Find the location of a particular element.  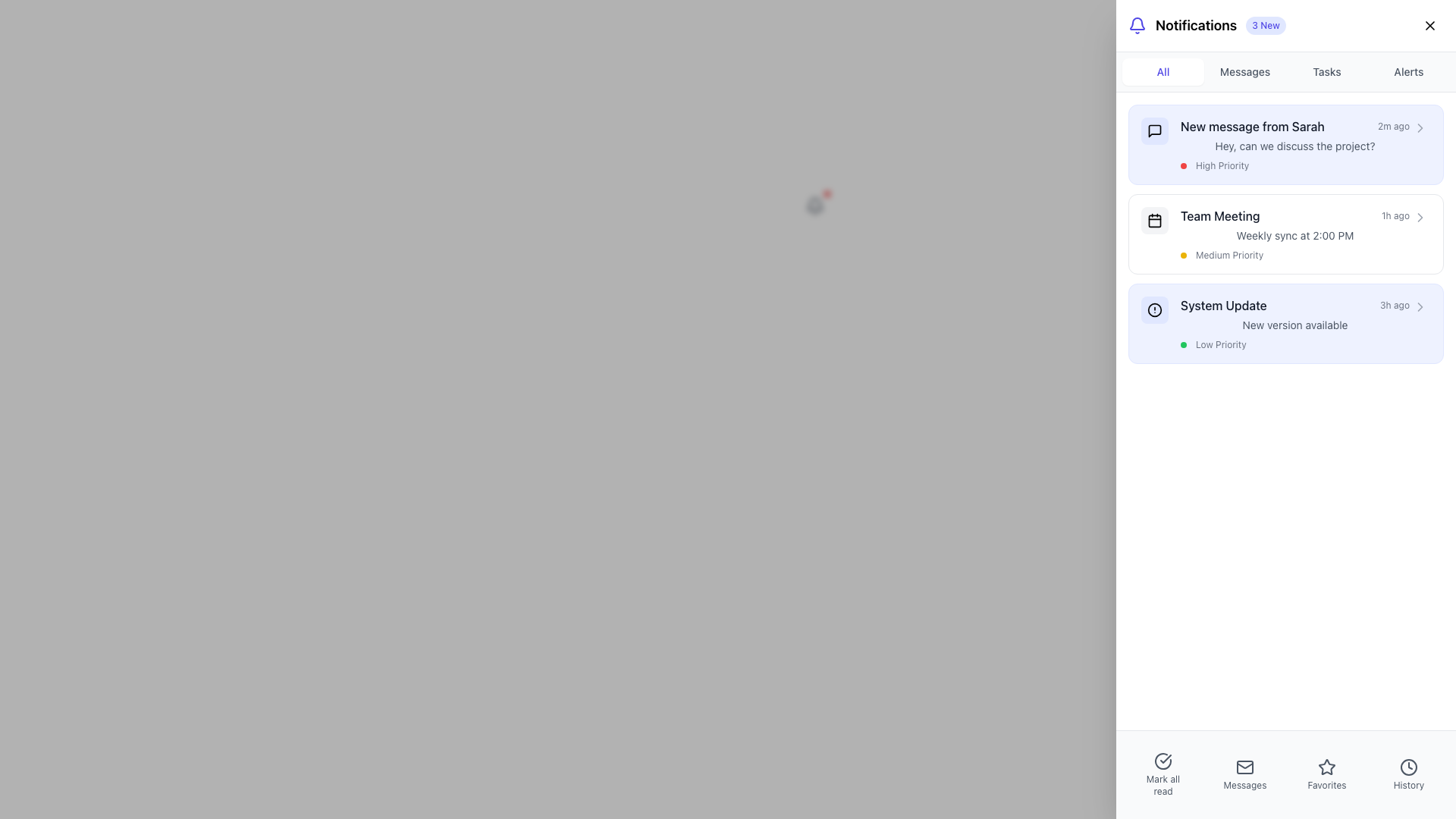

the fourth tab button located at the top-right of the tab group is located at coordinates (1407, 72).